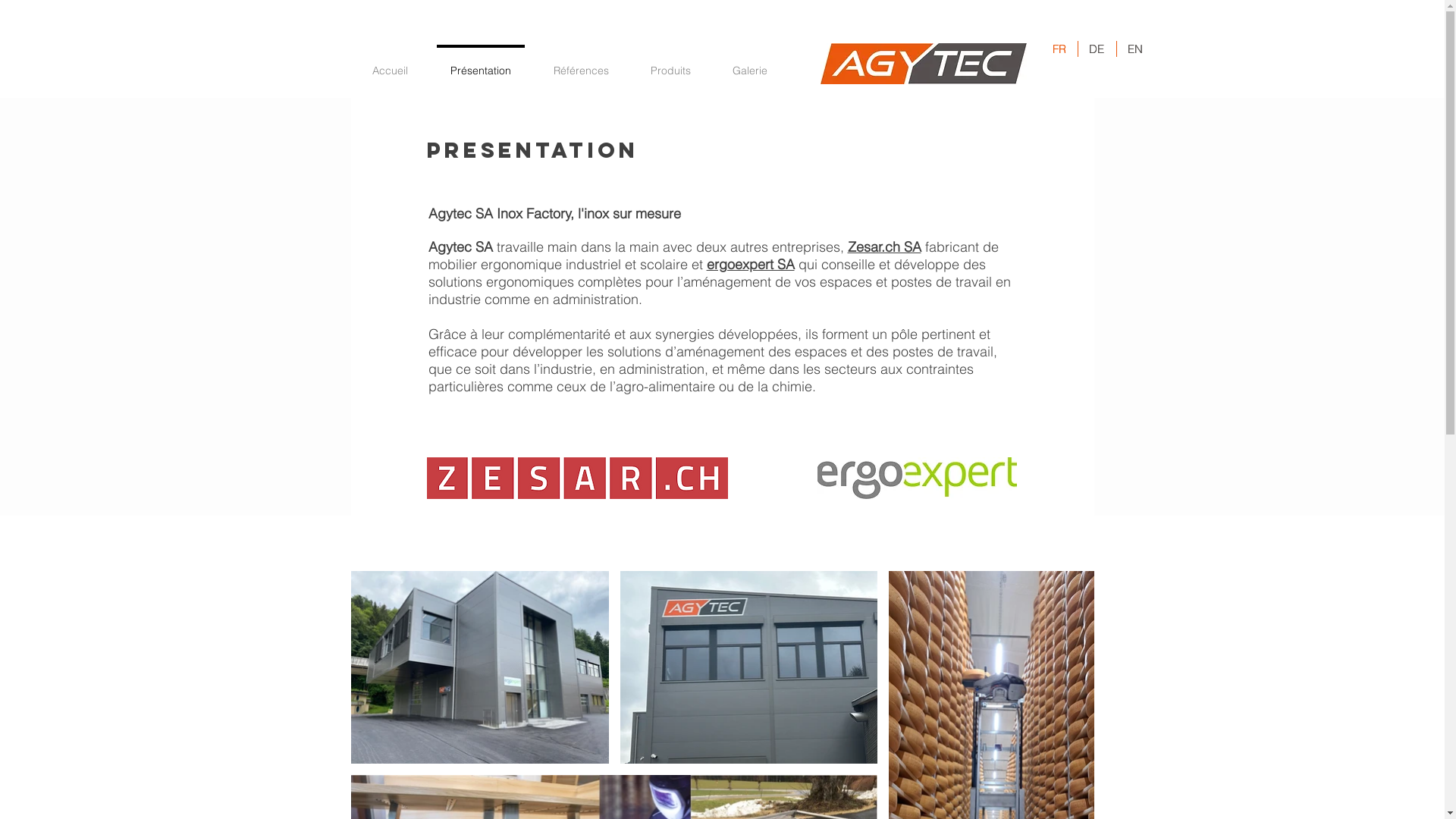 The width and height of the screenshot is (1456, 819). Describe the element at coordinates (750, 263) in the screenshot. I see `'ergoexpert SA'` at that location.